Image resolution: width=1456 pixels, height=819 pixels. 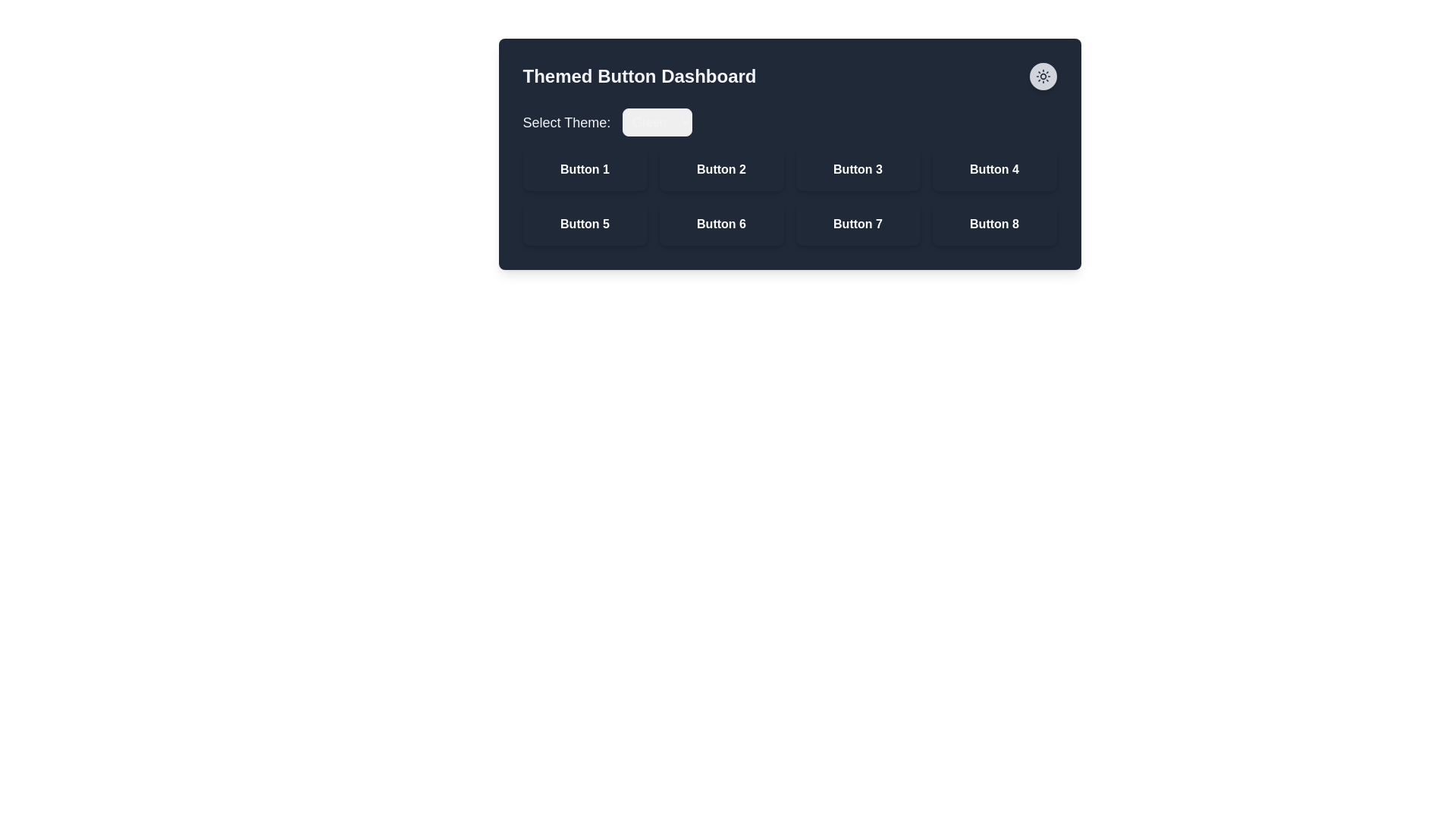 What do you see at coordinates (1042, 76) in the screenshot?
I see `the circular button with a light gray background and darker gray sun icon in the upper right corner of the 'Themed Button Dashboard' panel` at bounding box center [1042, 76].